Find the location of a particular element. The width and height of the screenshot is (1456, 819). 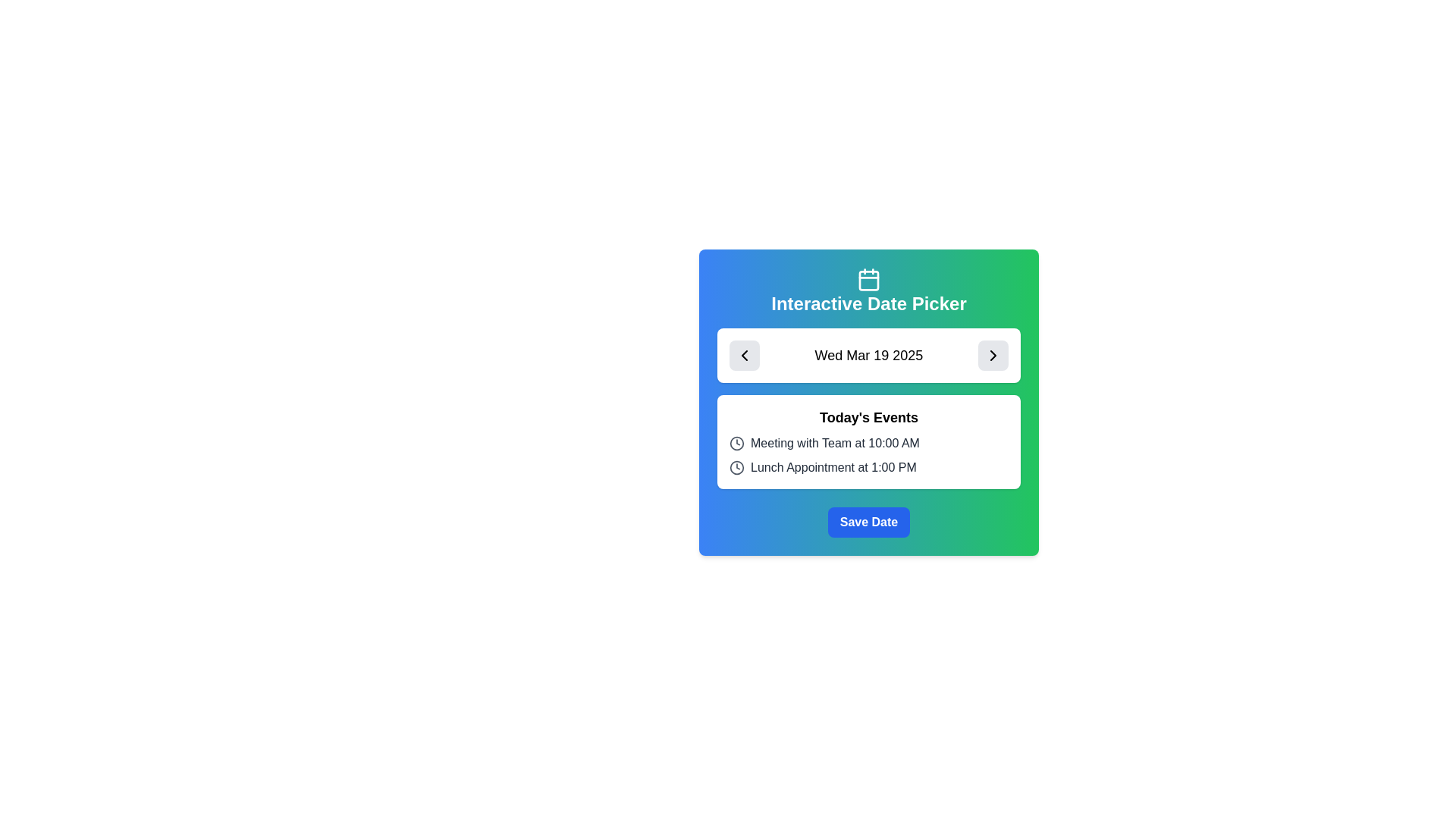

the second list item under the 'Today's Events' section, which displays information about the event 'Lunch Appointment at 1:00 PM.' is located at coordinates (869, 467).